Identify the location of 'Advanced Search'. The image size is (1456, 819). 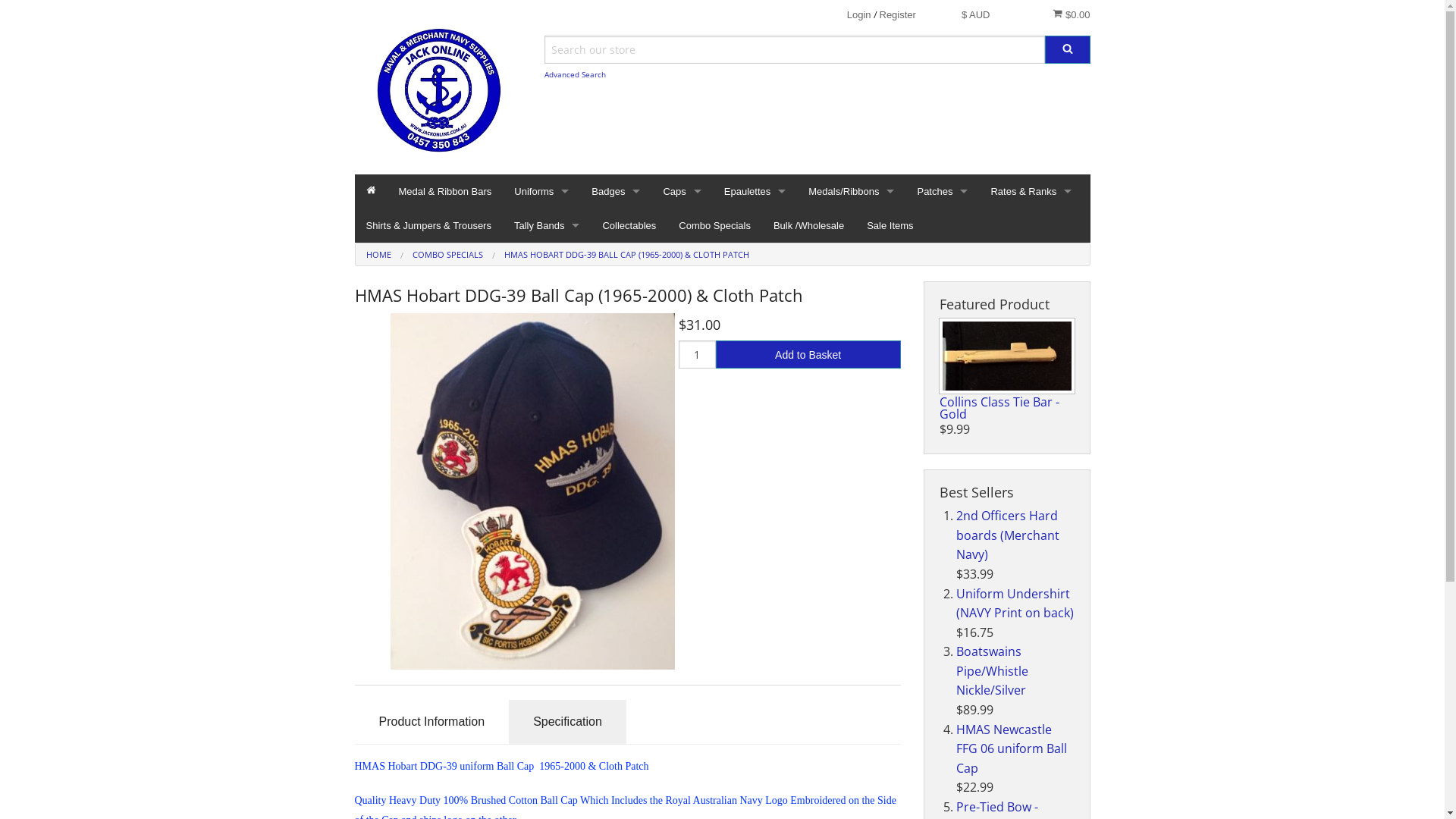
(544, 74).